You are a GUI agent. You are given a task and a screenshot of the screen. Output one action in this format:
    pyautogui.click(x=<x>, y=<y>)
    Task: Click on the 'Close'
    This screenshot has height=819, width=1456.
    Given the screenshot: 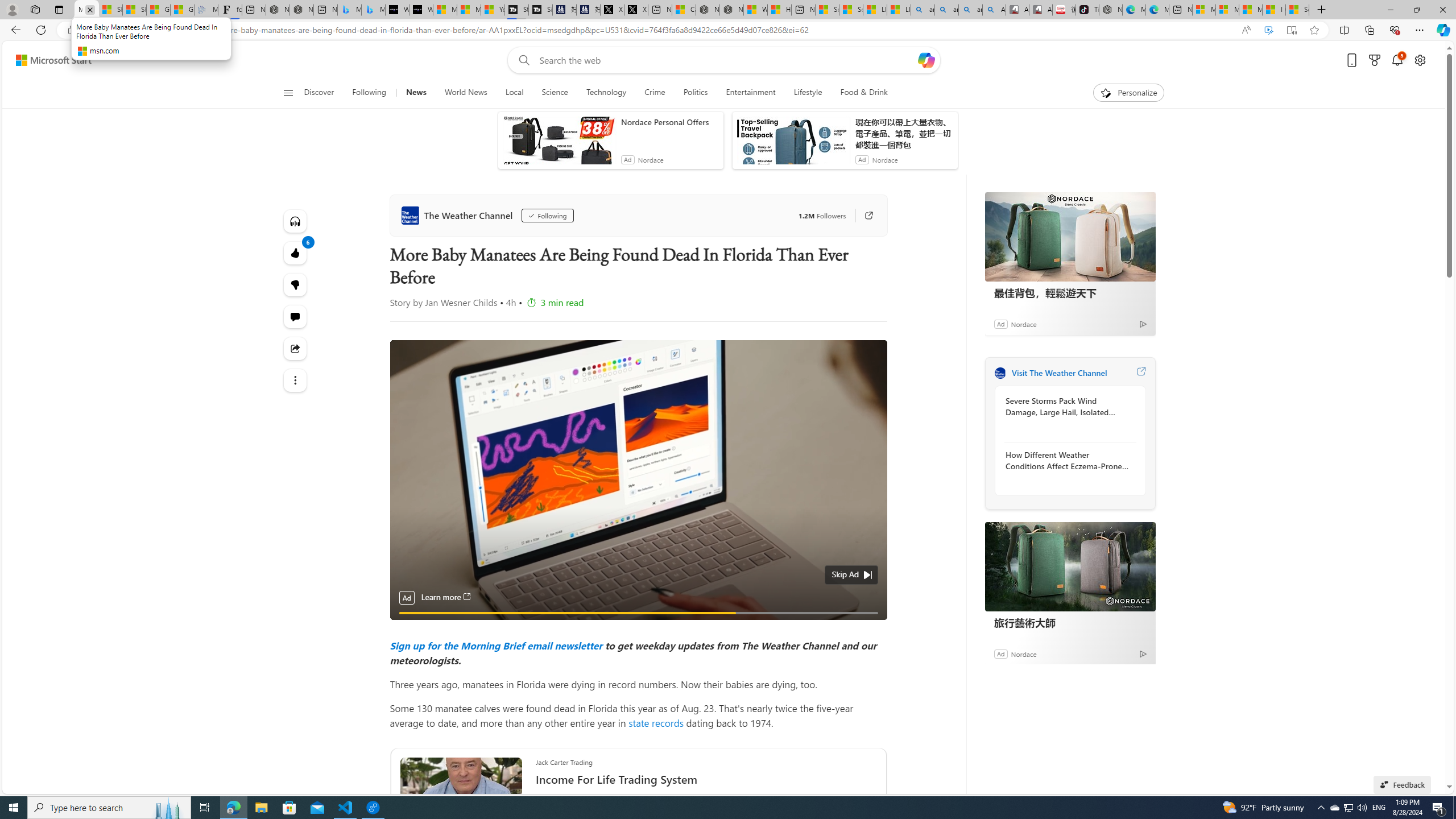 What is the action you would take?
    pyautogui.click(x=1442, y=9)
    